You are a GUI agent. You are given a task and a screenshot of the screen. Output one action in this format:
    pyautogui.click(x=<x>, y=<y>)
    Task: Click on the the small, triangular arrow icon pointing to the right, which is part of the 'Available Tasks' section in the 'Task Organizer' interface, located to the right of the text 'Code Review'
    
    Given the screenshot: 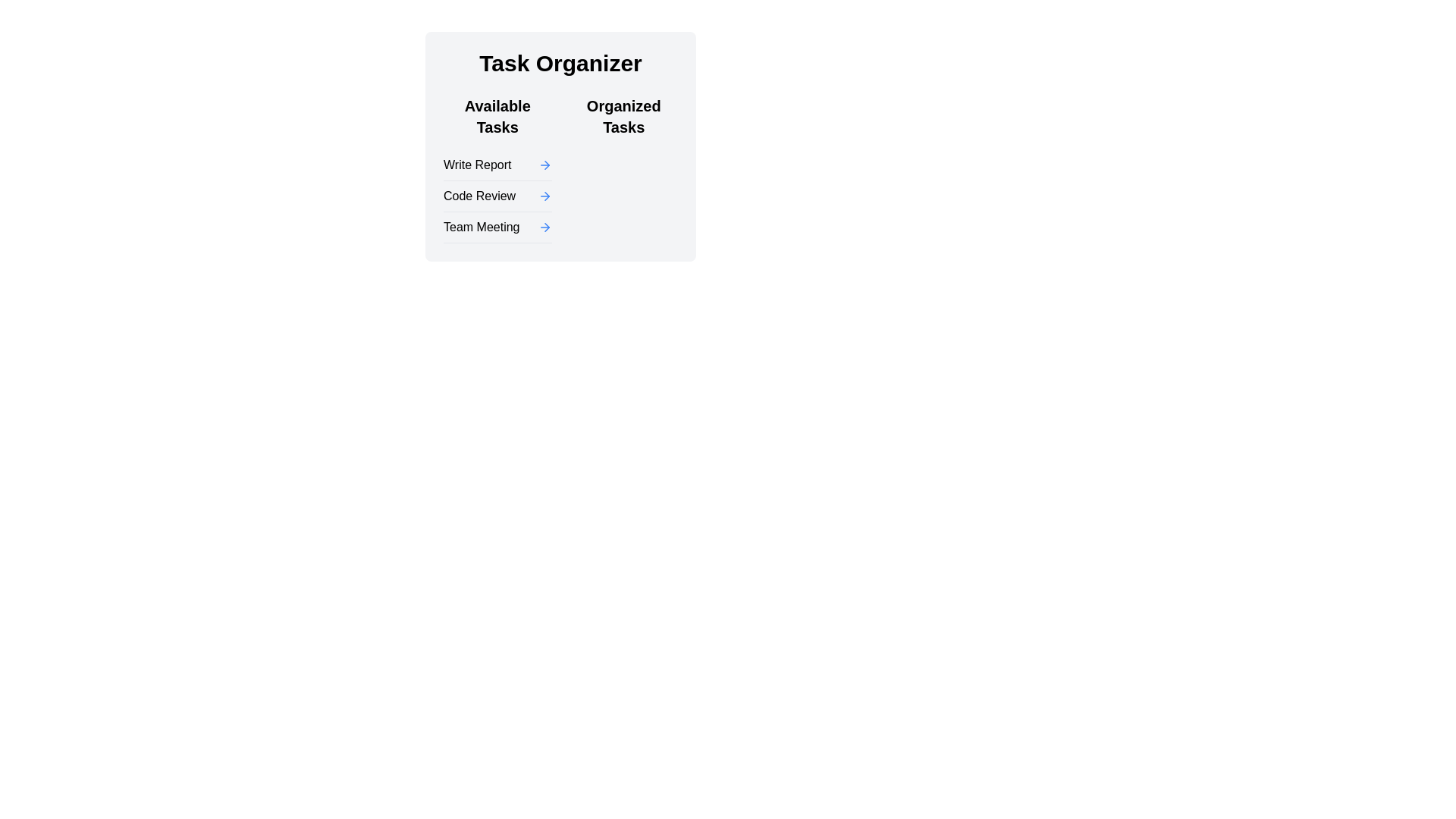 What is the action you would take?
    pyautogui.click(x=546, y=227)
    